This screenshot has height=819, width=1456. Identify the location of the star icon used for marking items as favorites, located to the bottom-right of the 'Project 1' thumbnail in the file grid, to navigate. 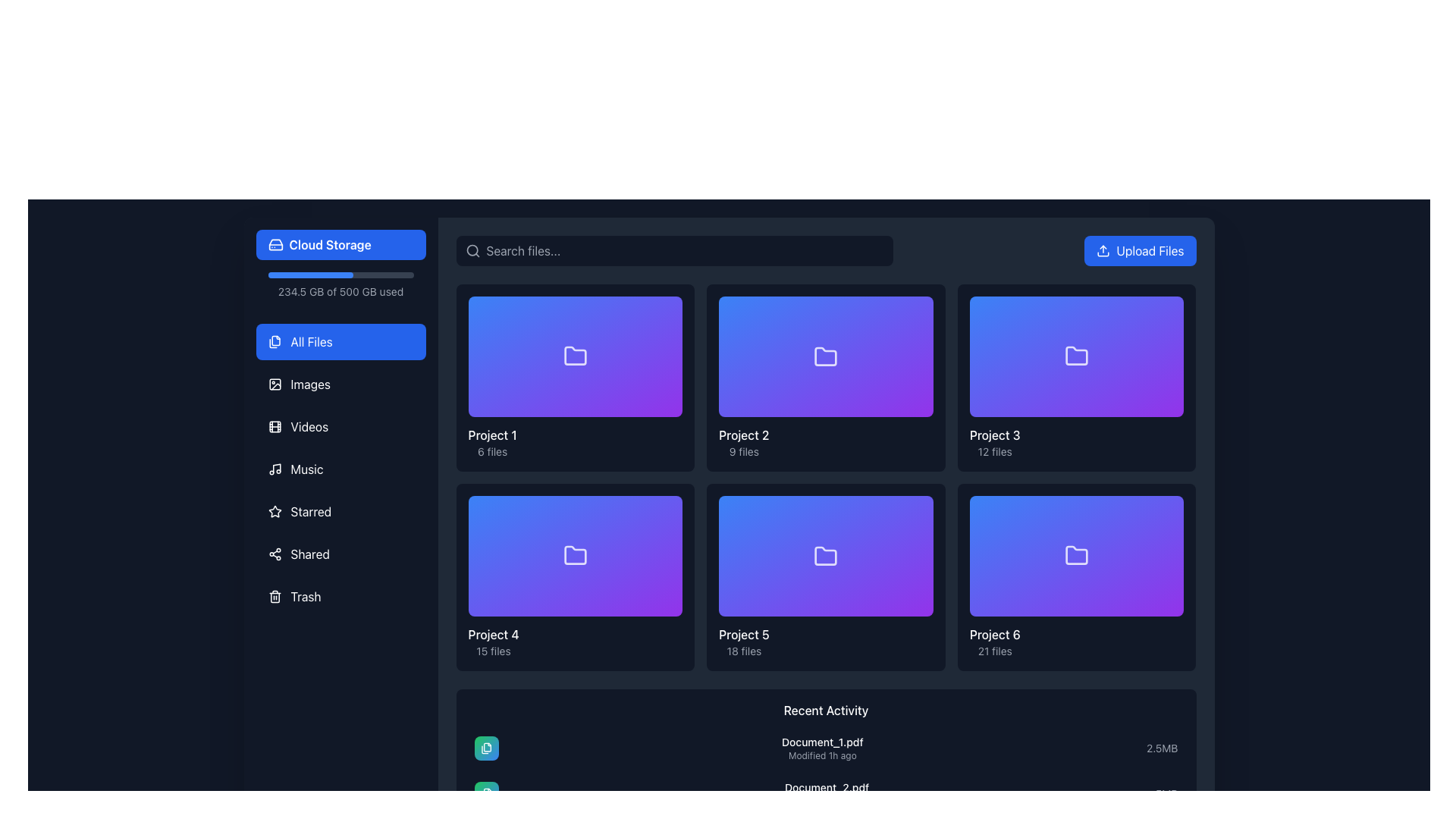
(670, 442).